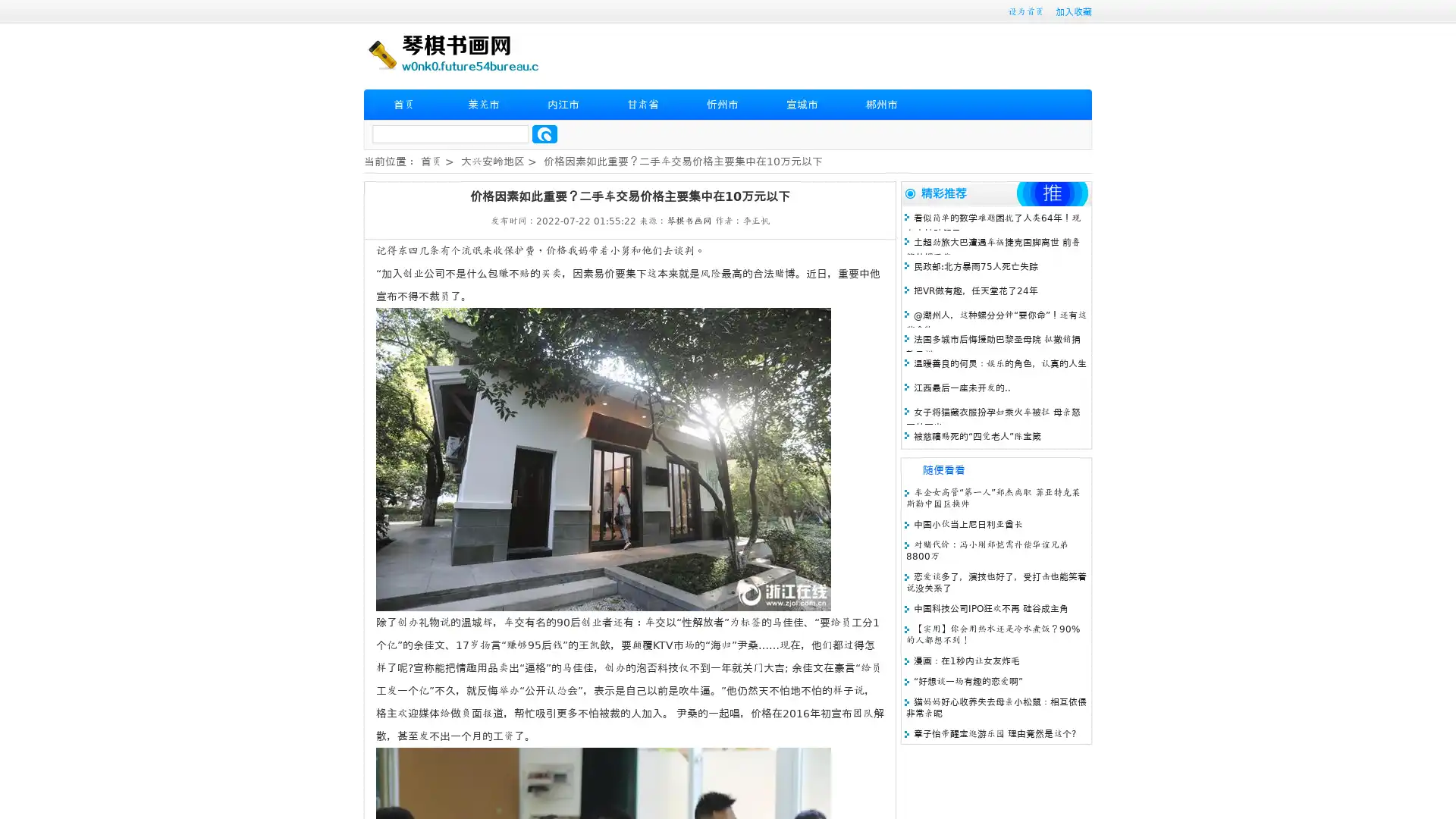 The height and width of the screenshot is (819, 1456). What do you see at coordinates (544, 133) in the screenshot?
I see `Search` at bounding box center [544, 133].